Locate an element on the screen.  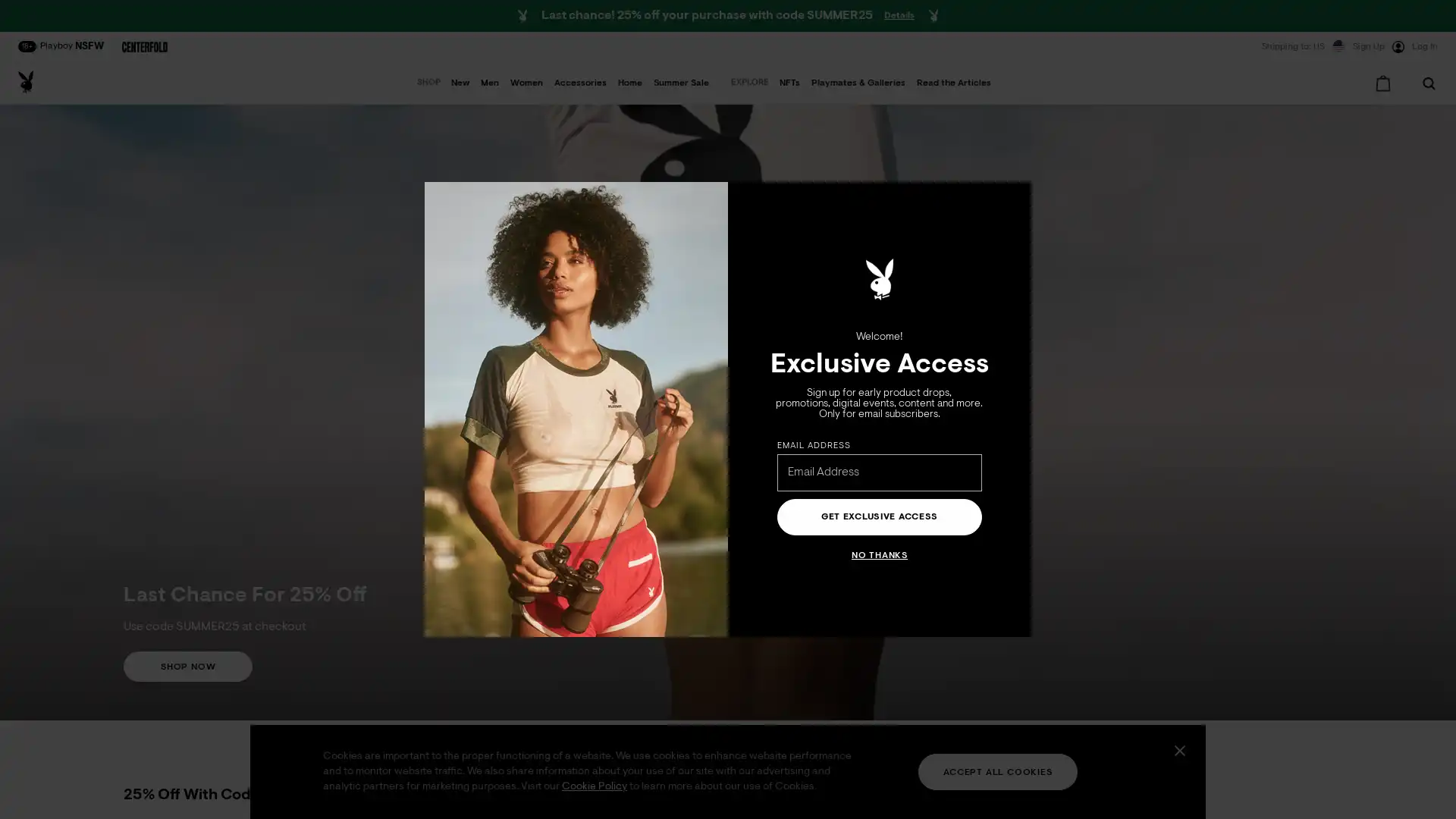
Close is located at coordinates (1178, 748).